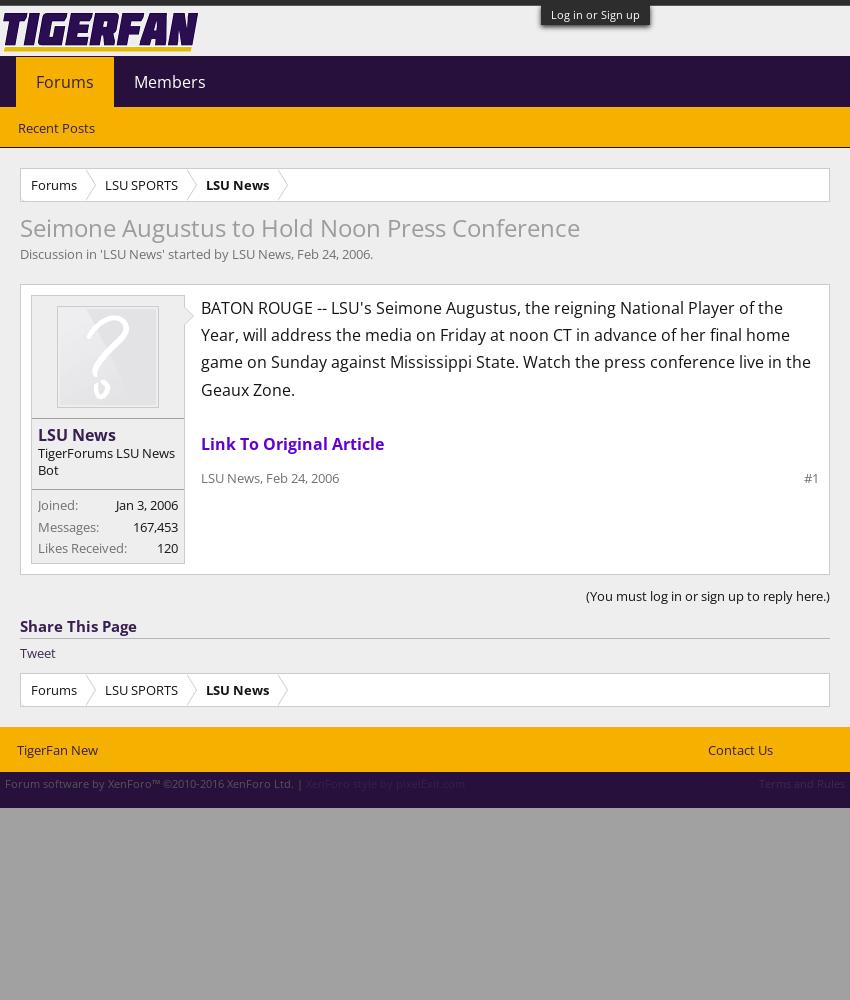  Describe the element at coordinates (167, 548) in the screenshot. I see `'120'` at that location.